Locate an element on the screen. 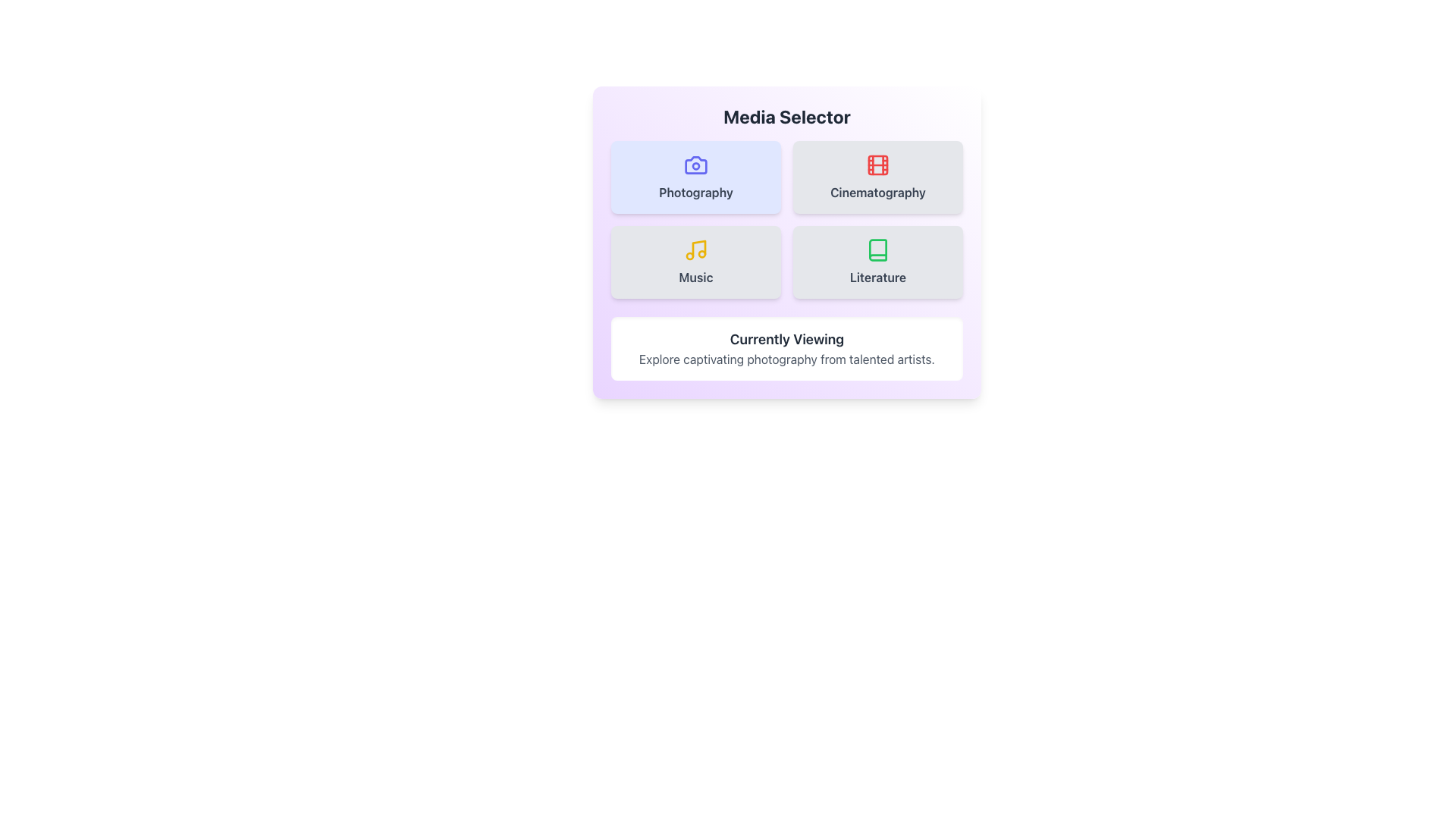 The image size is (1456, 819). the 'Photography' selectable button, which is the top-left item in a 2x2 grid layout of options is located at coordinates (695, 177).